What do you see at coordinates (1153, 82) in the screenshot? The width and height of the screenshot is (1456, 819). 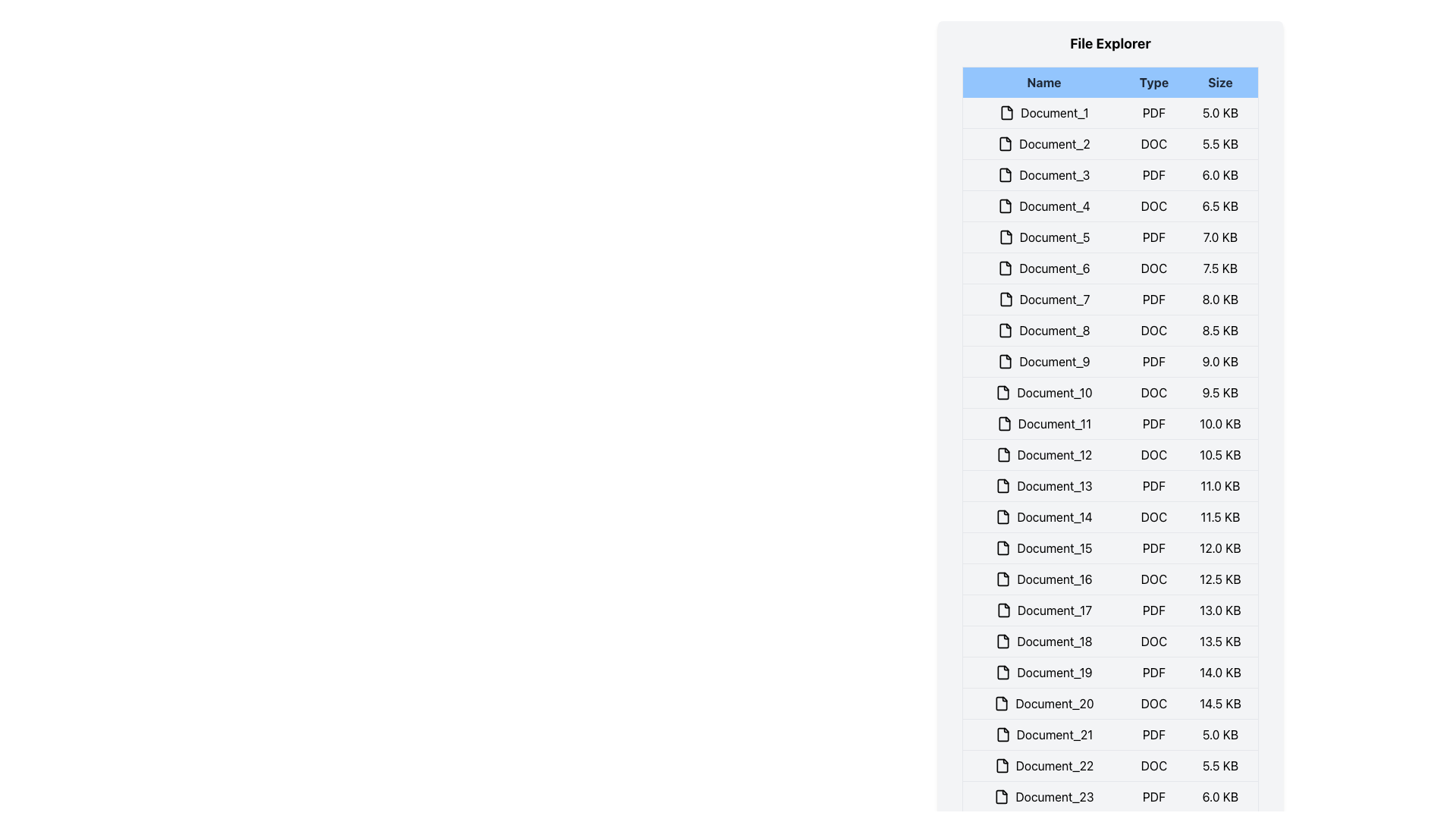 I see `the static text label 'Type', which is centered within a light blue rectangular background in the header row of a file table` at bounding box center [1153, 82].